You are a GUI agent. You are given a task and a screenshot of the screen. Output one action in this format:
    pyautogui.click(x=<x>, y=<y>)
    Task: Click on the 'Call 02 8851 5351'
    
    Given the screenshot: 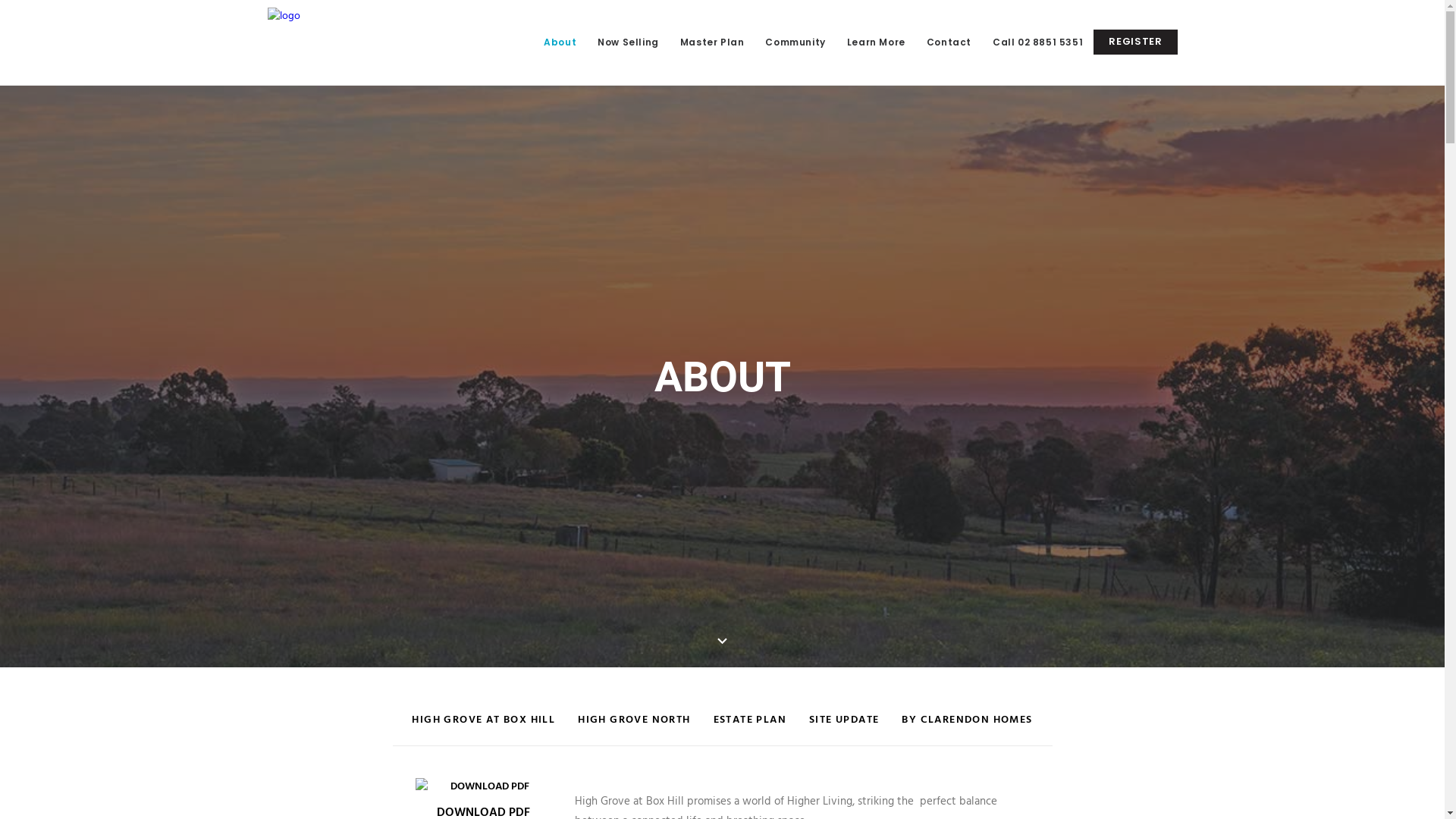 What is the action you would take?
    pyautogui.click(x=1037, y=42)
    